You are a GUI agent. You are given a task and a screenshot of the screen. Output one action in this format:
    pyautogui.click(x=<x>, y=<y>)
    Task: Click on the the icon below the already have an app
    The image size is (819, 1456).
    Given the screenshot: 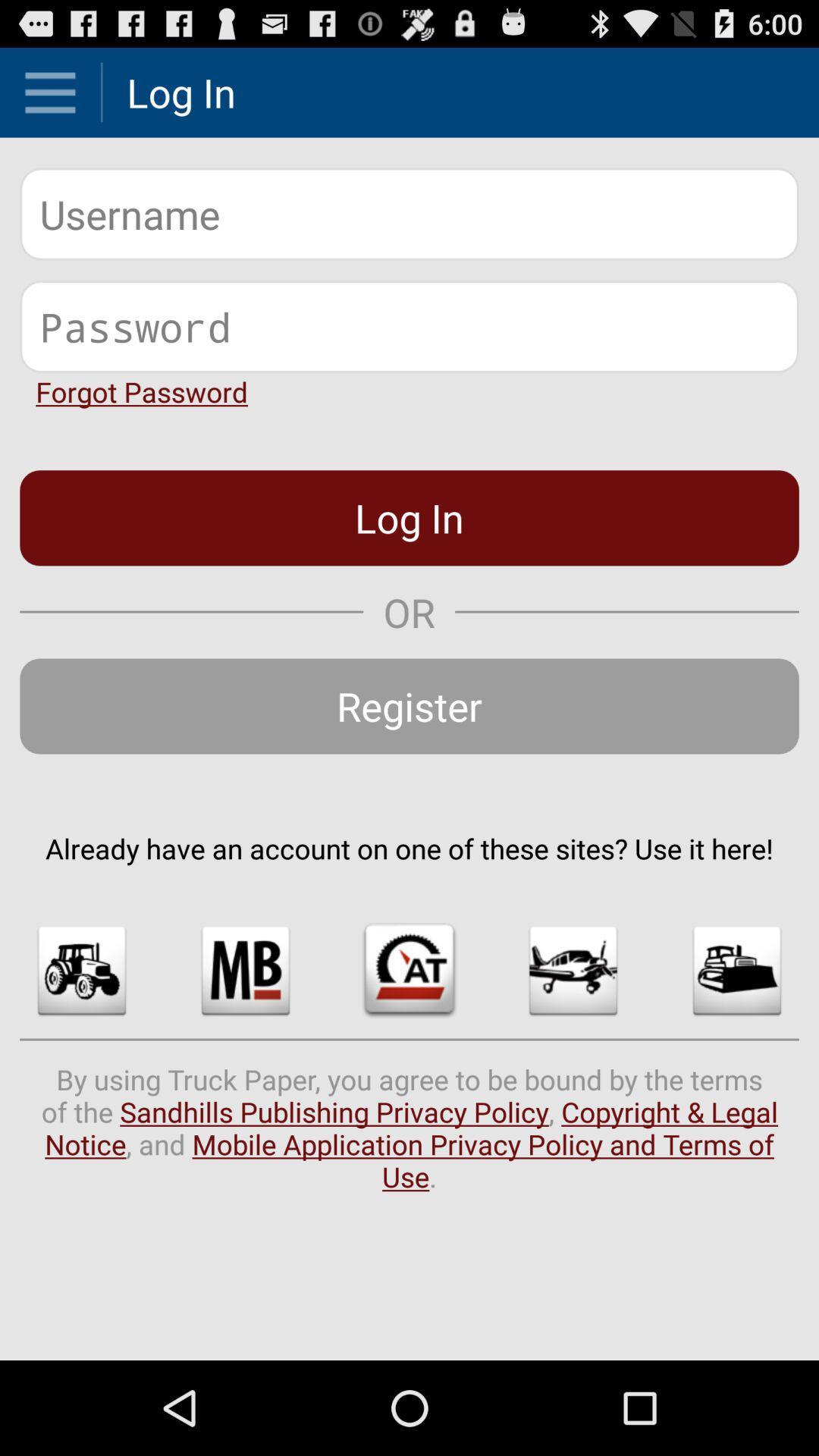 What is the action you would take?
    pyautogui.click(x=736, y=971)
    